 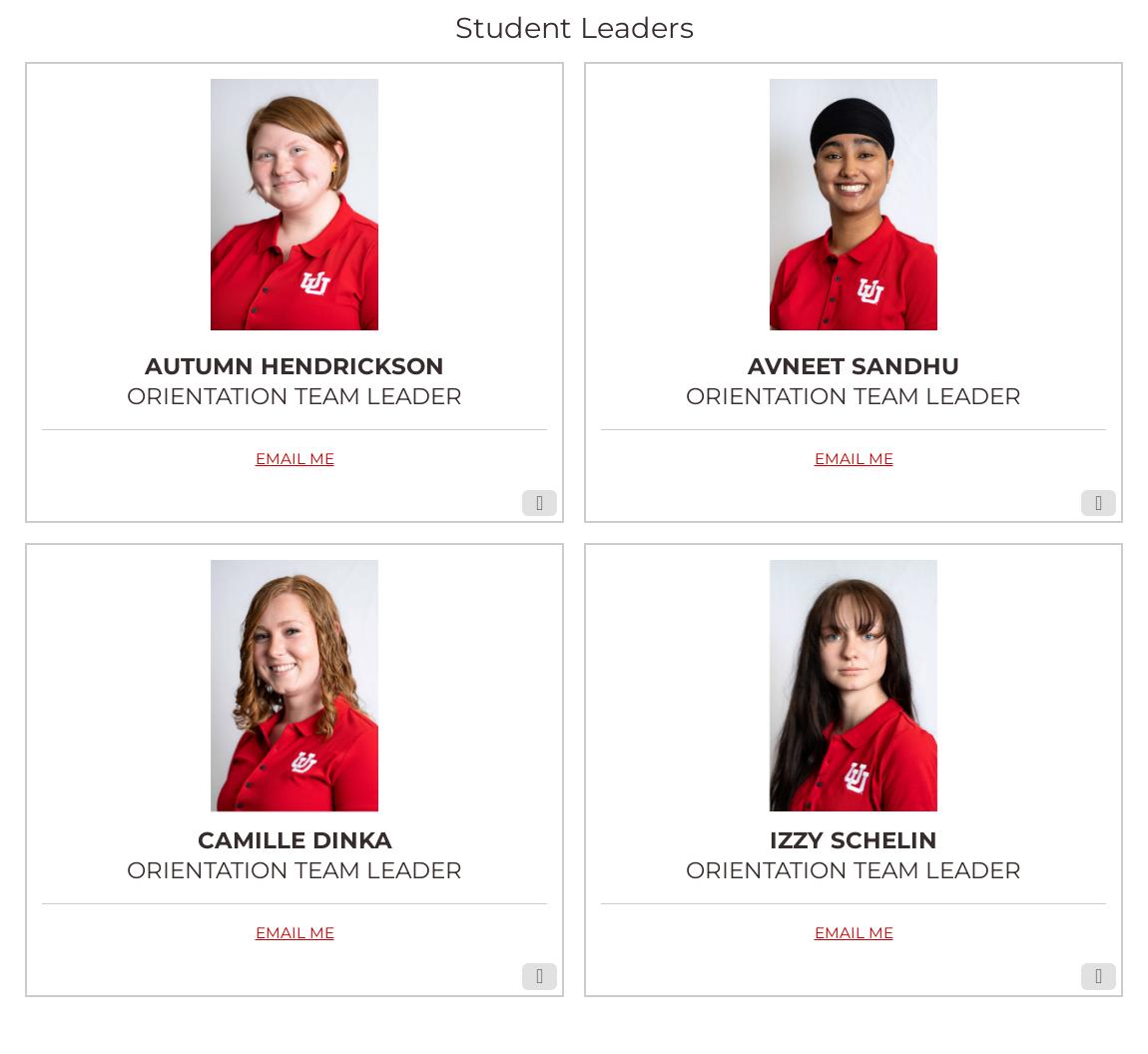 What do you see at coordinates (40, 293) in the screenshot?
I see `'Autumn Hendrickson is currently a sophomore majoring in Stage Management here at the
                                          U. She is originally from Durham, North Carolina, though she has quickly fallen in
                                          love with Salt Lake City and the rest of Utah. Throughout the 2023-24 school year
                                          she will be working on the Stage Management teams of two different productions being
                                          produced by the University of Utah Department of Theatre as both a First and Second
                                          Assistant Stage Manager. During the Summer of 2023, Autumn joined the Office of Orientation
                                          and Transition as an Orientation Leader, and she is excited to continue welcoming
                                          incoming students alongside this amazing team as an Orientation Team Leader.'` at bounding box center [40, 293].